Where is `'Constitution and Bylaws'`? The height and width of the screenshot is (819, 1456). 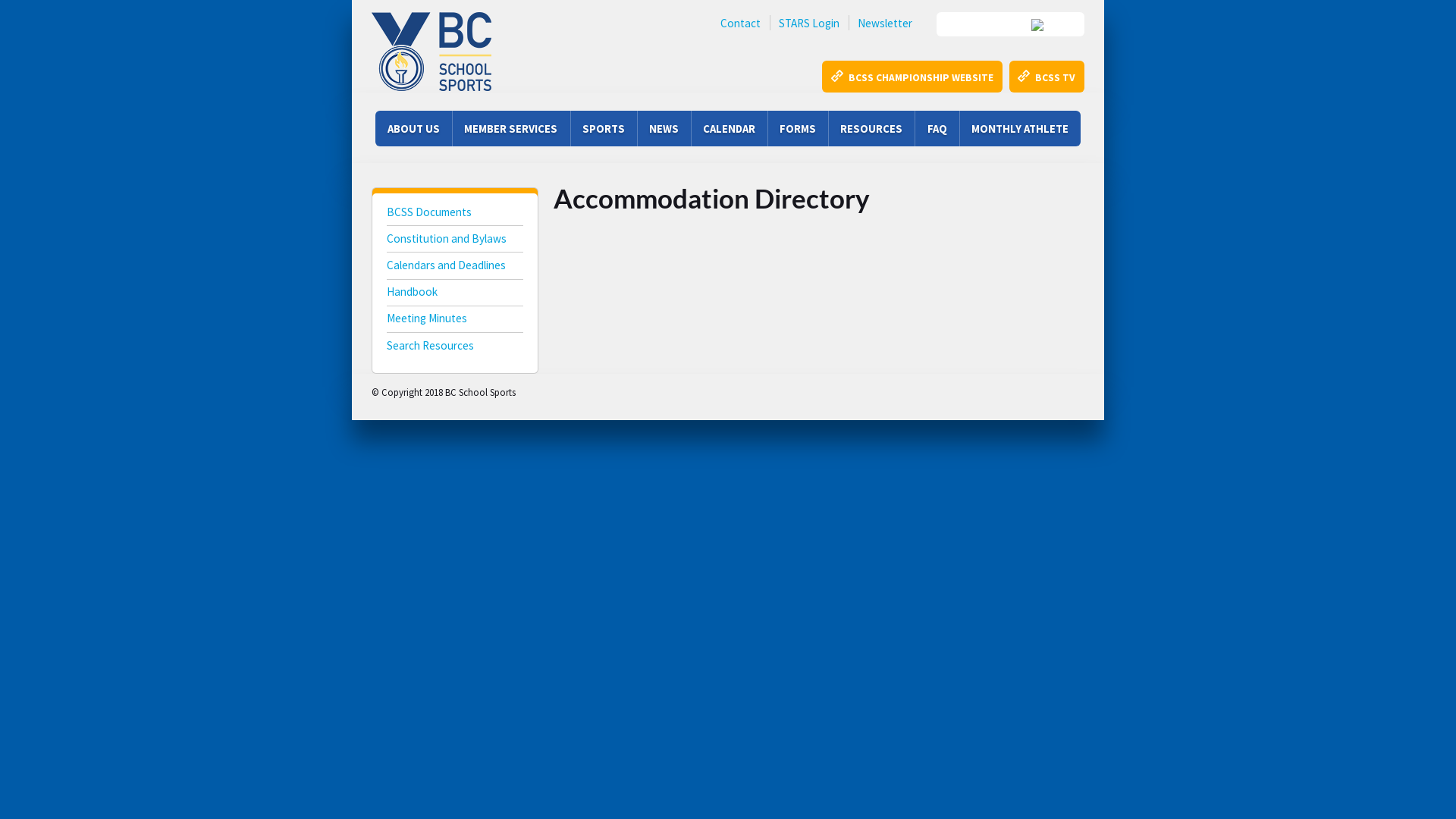
'Constitution and Bylaws' is located at coordinates (454, 240).